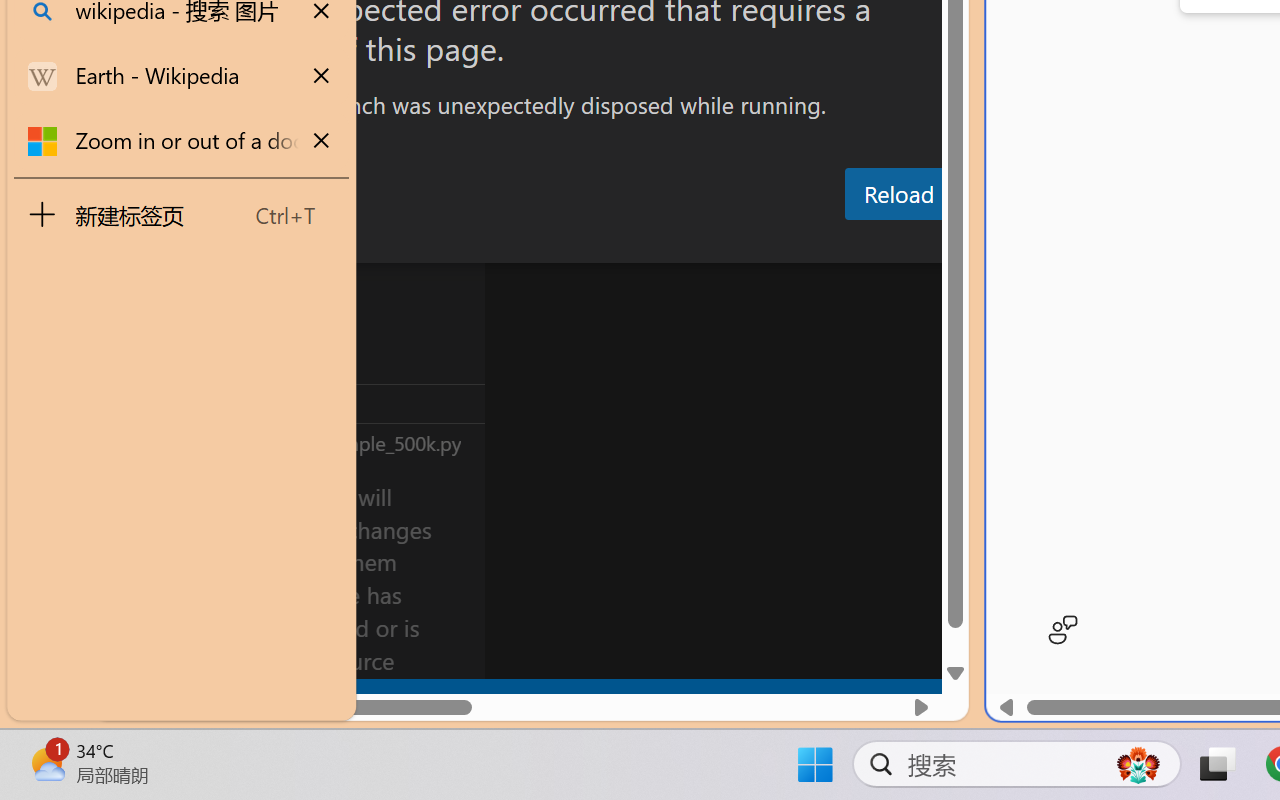 This screenshot has height=800, width=1280. I want to click on 'Reload', so click(897, 192).